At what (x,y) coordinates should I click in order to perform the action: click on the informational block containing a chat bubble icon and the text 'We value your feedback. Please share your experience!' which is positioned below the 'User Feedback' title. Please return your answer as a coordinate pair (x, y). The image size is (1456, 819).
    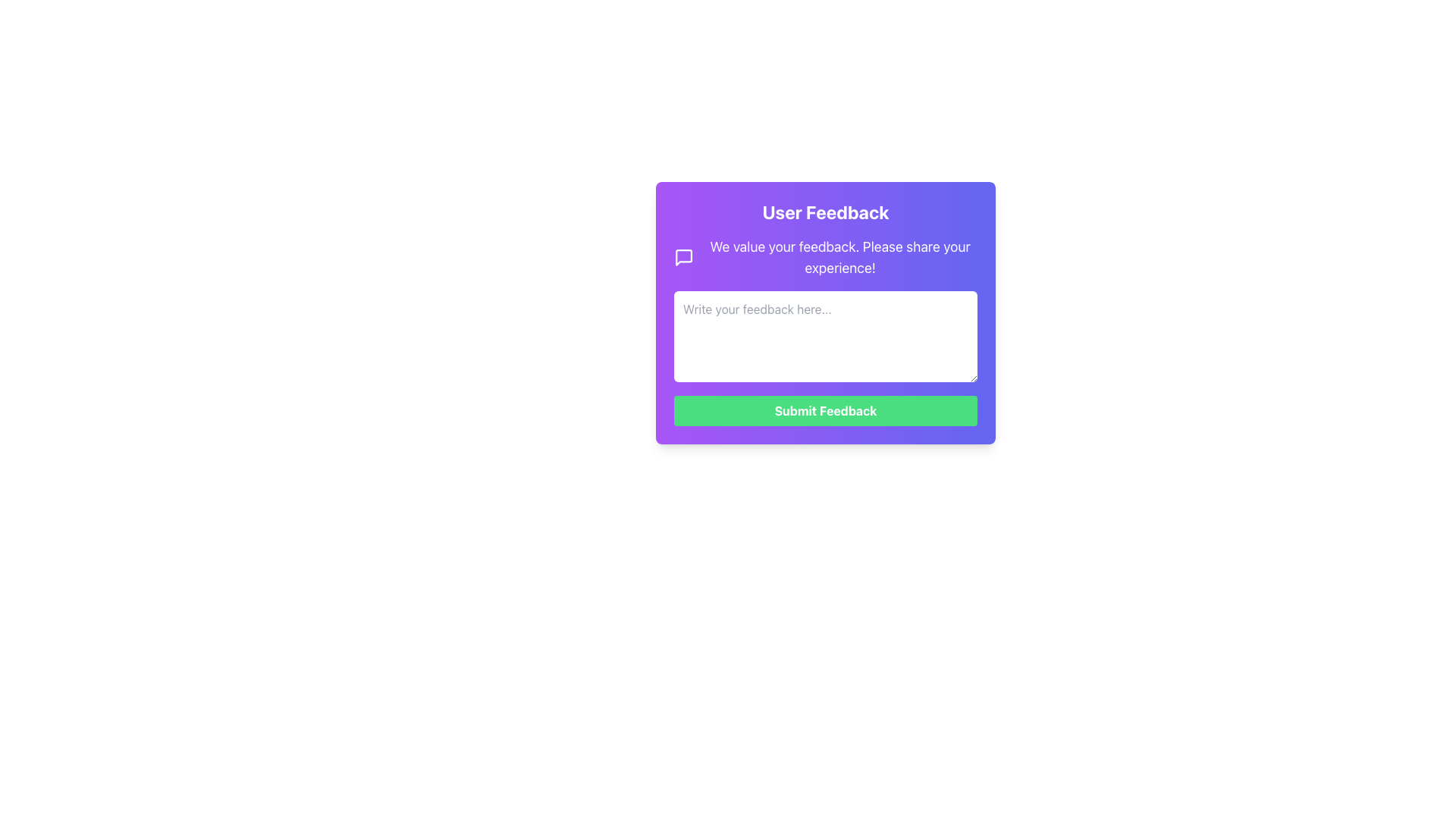
    Looking at the image, I should click on (825, 256).